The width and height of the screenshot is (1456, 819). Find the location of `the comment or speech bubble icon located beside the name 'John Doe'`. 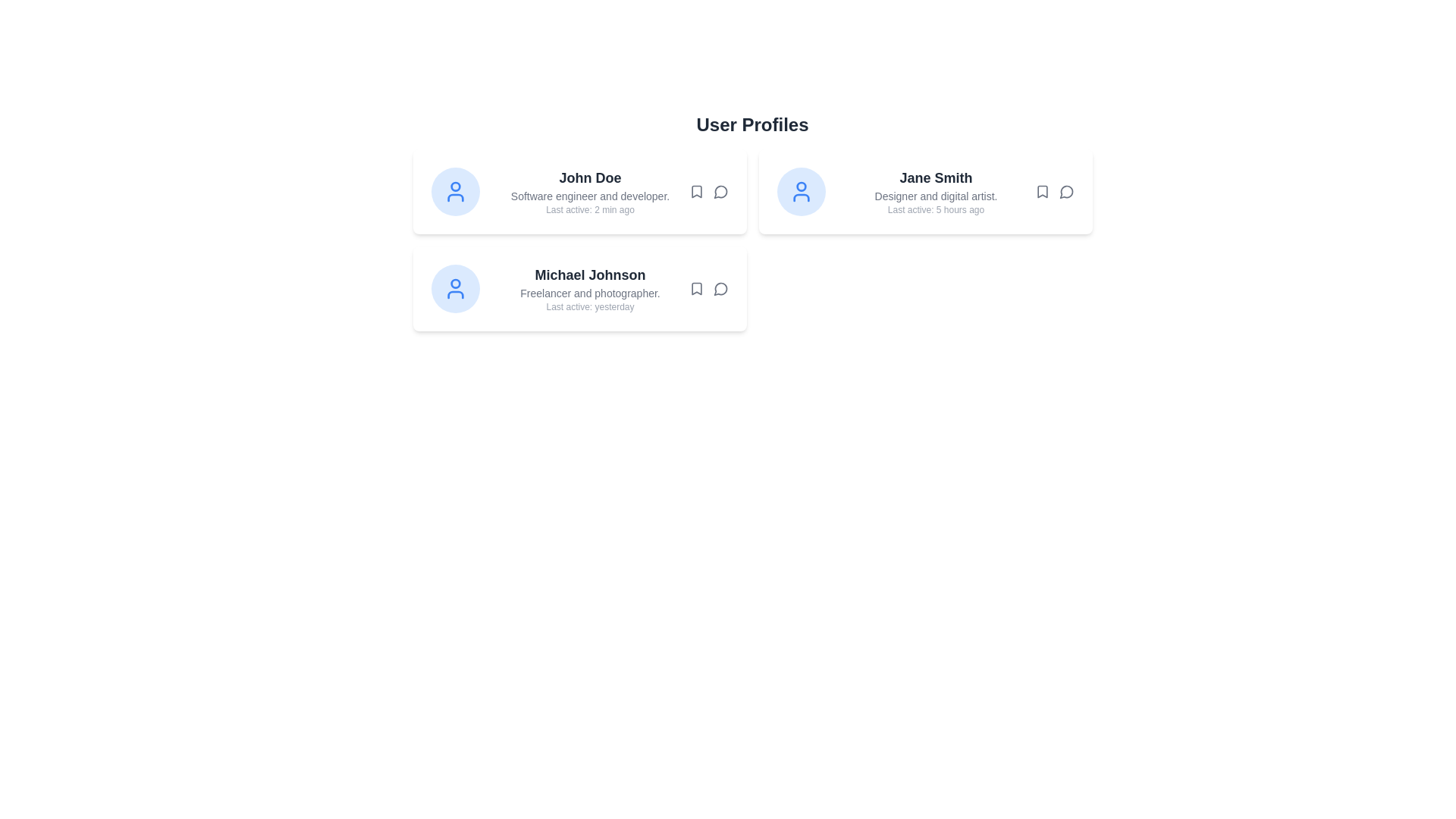

the comment or speech bubble icon located beside the name 'John Doe' is located at coordinates (720, 191).